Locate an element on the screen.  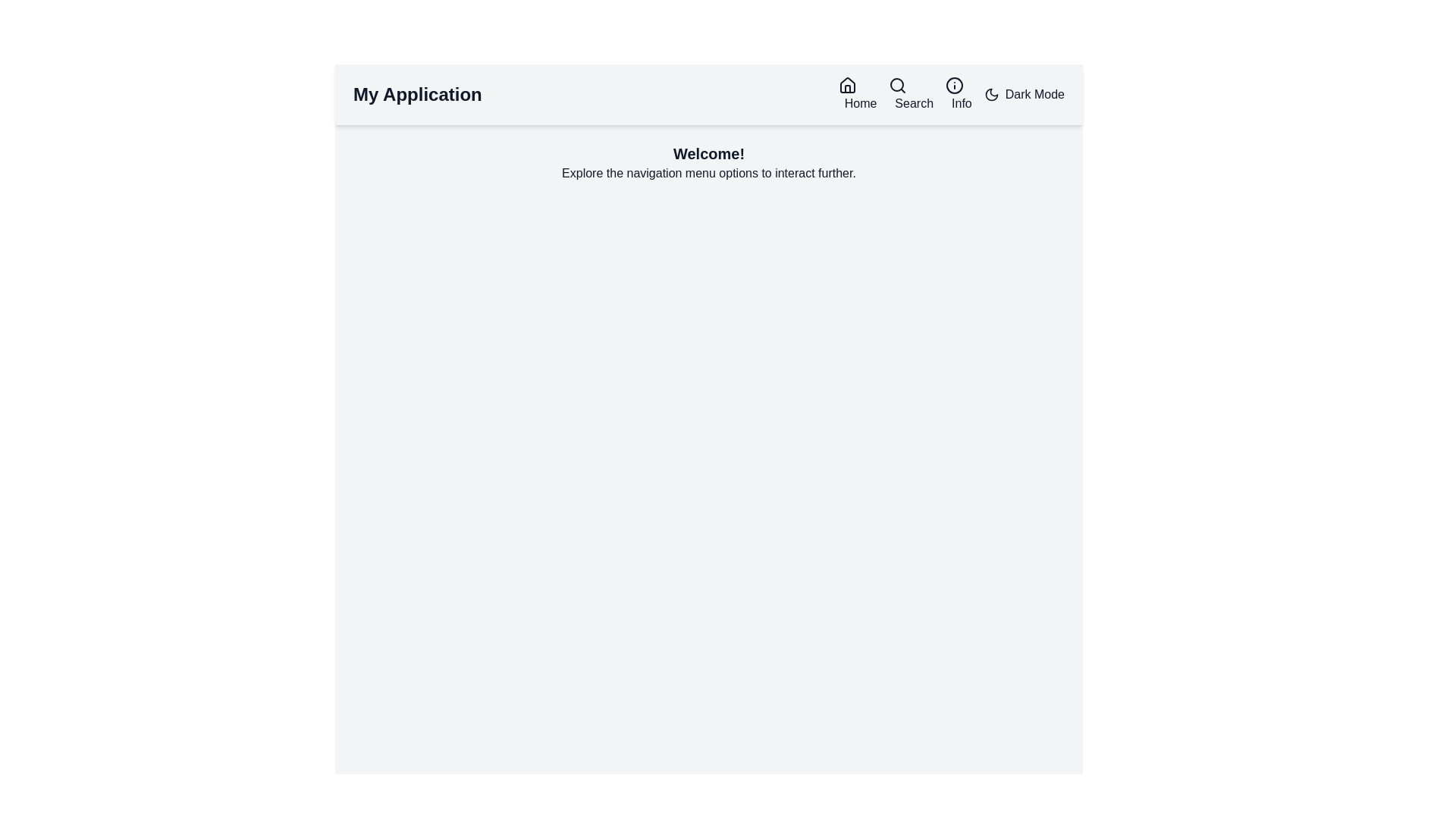
the text label located on the far right side of the navigation bar, which follows the 'Search' button and precedes the 'Dark Mode' option is located at coordinates (961, 102).